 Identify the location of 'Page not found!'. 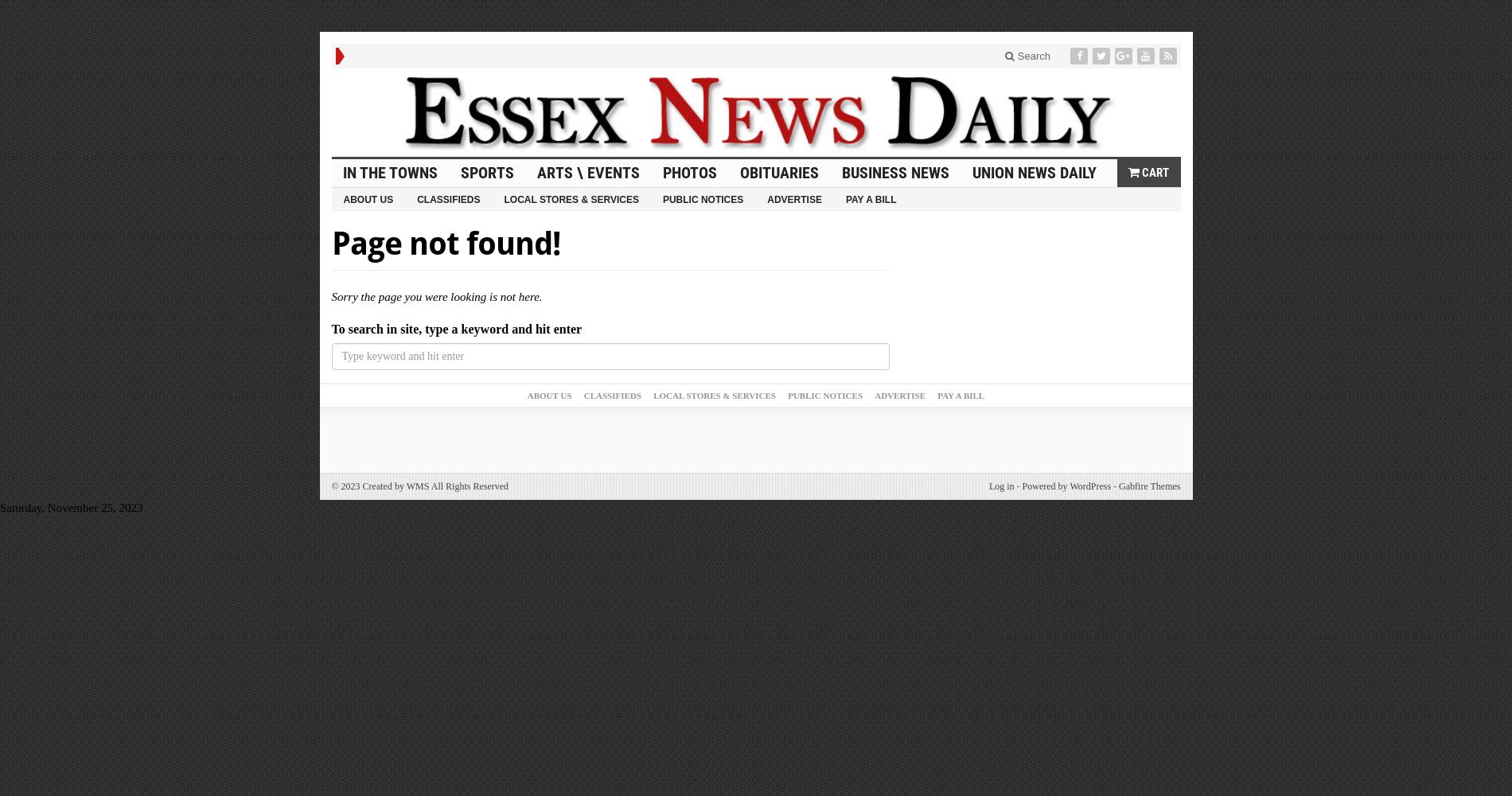
(329, 244).